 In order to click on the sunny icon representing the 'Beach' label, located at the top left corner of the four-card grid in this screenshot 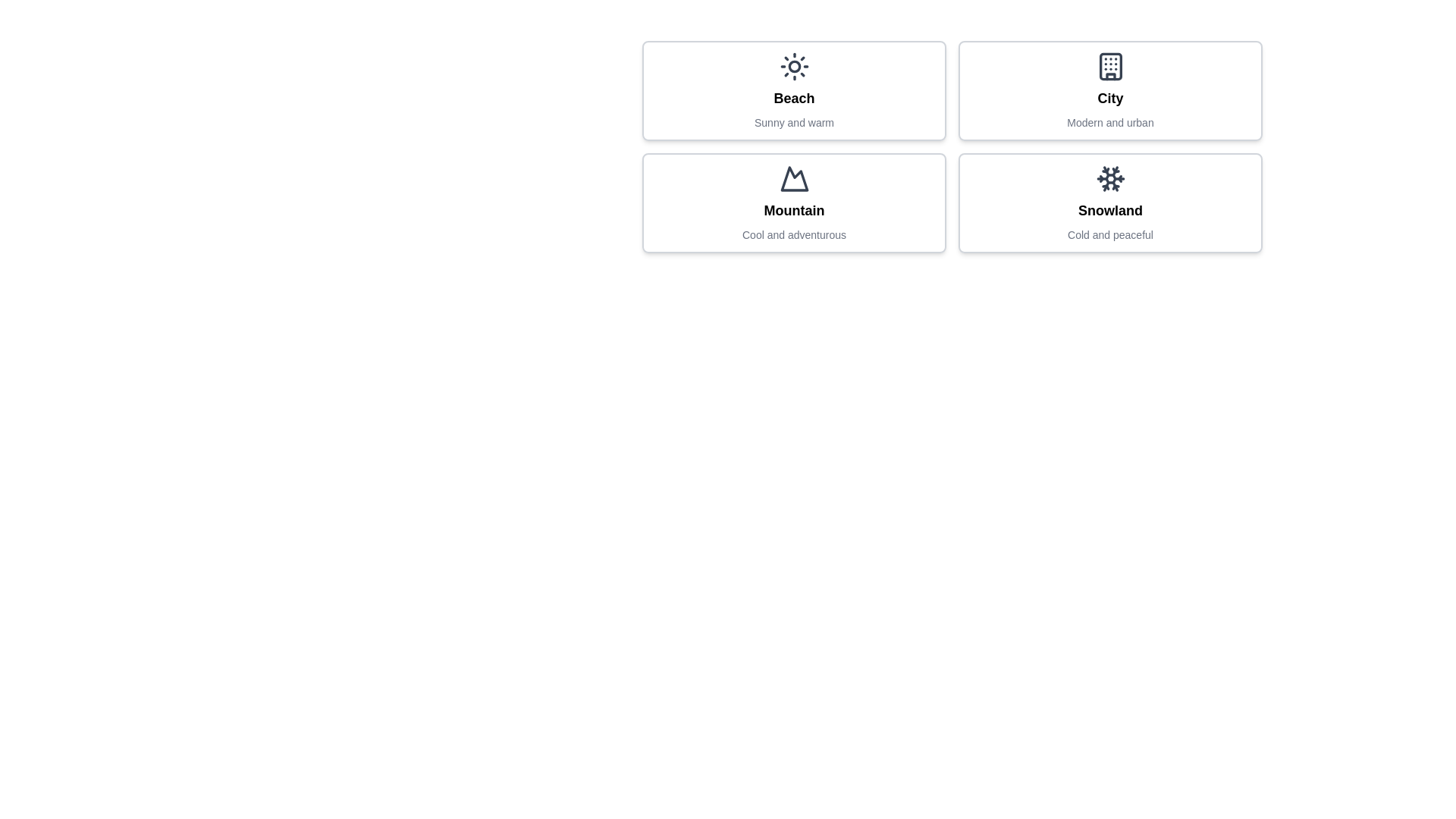, I will do `click(793, 66)`.